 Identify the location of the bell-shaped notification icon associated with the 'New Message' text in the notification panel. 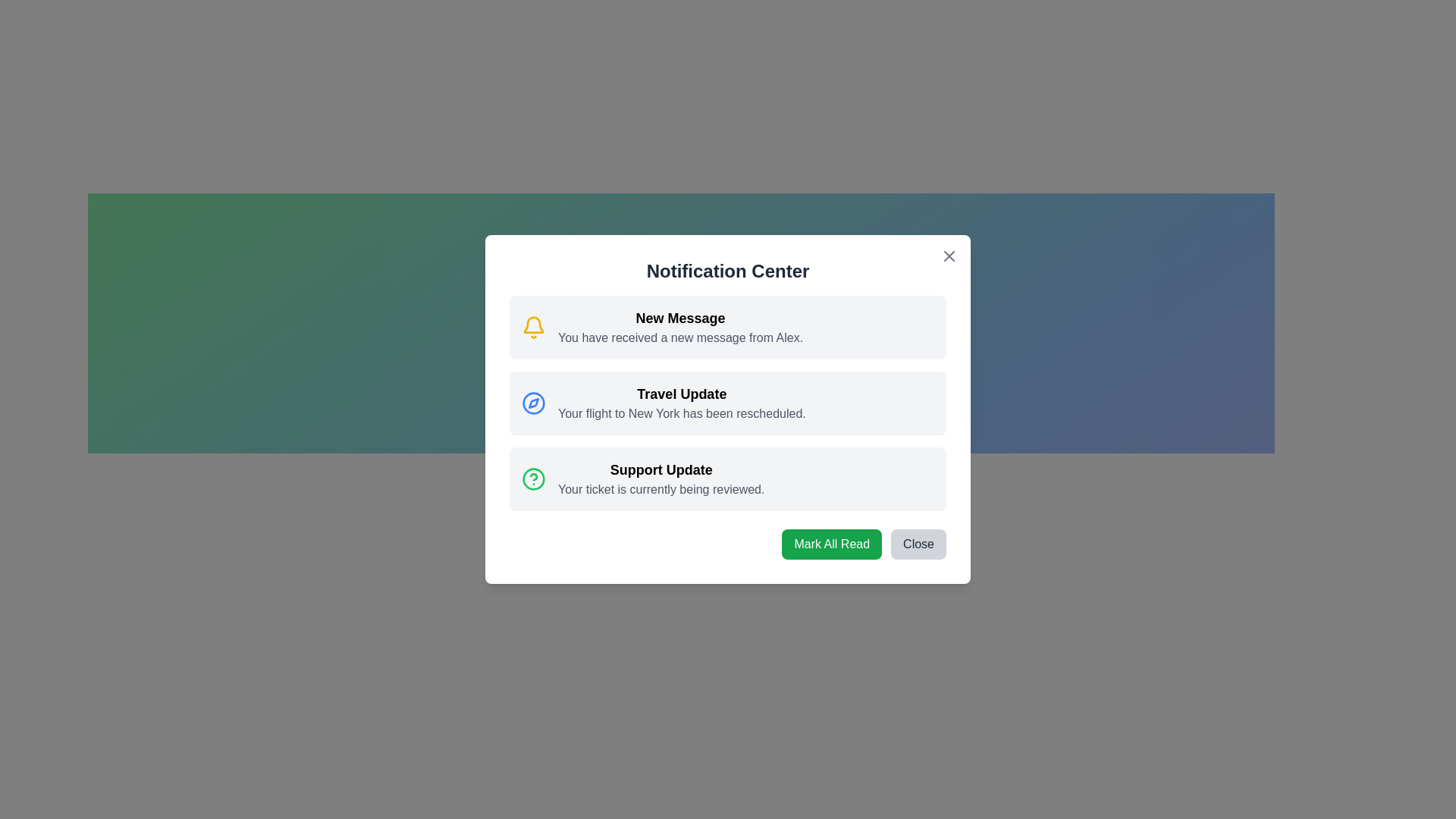
(534, 327).